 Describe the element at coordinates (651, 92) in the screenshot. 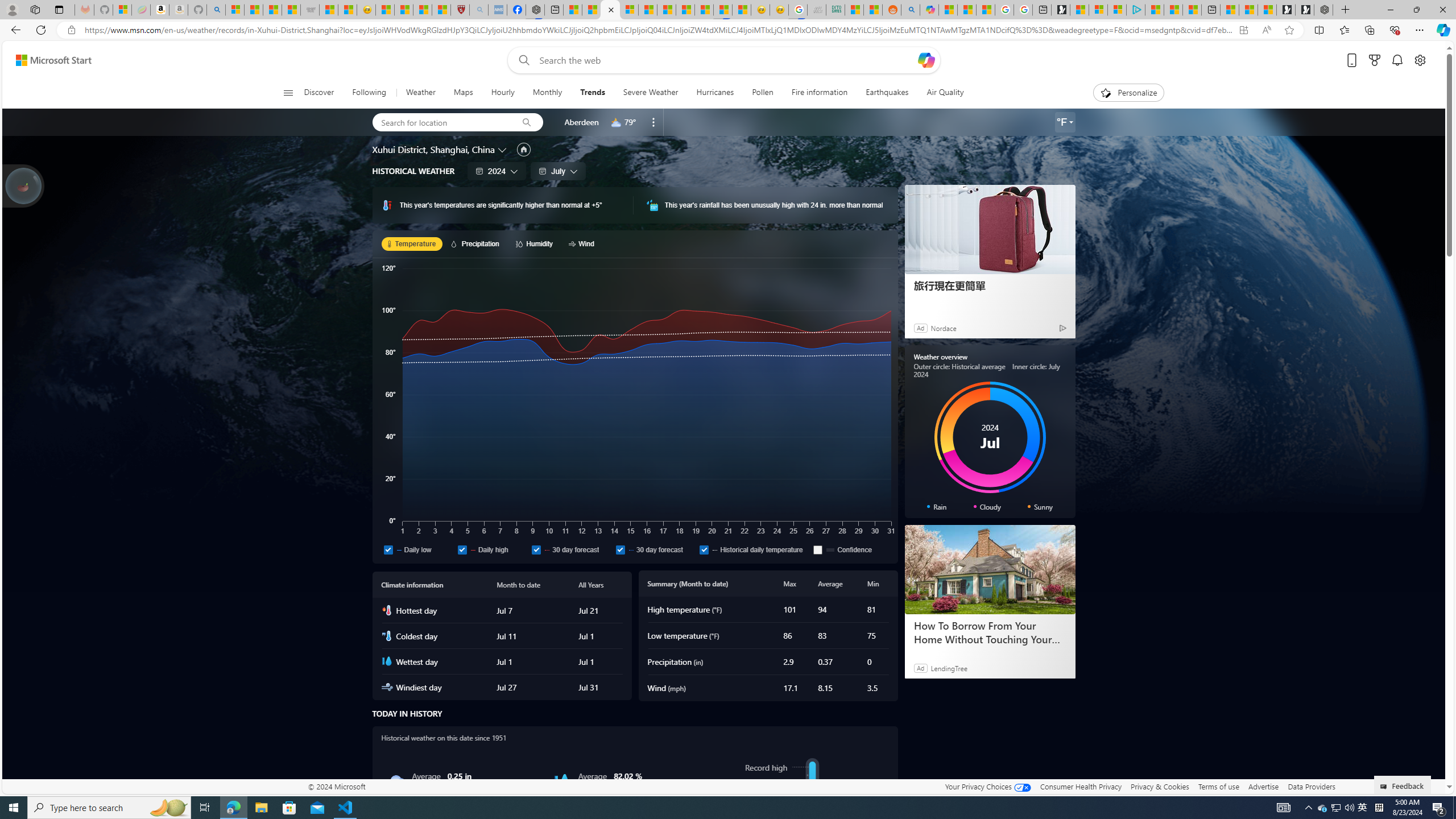

I see `'Severe Weather'` at that location.